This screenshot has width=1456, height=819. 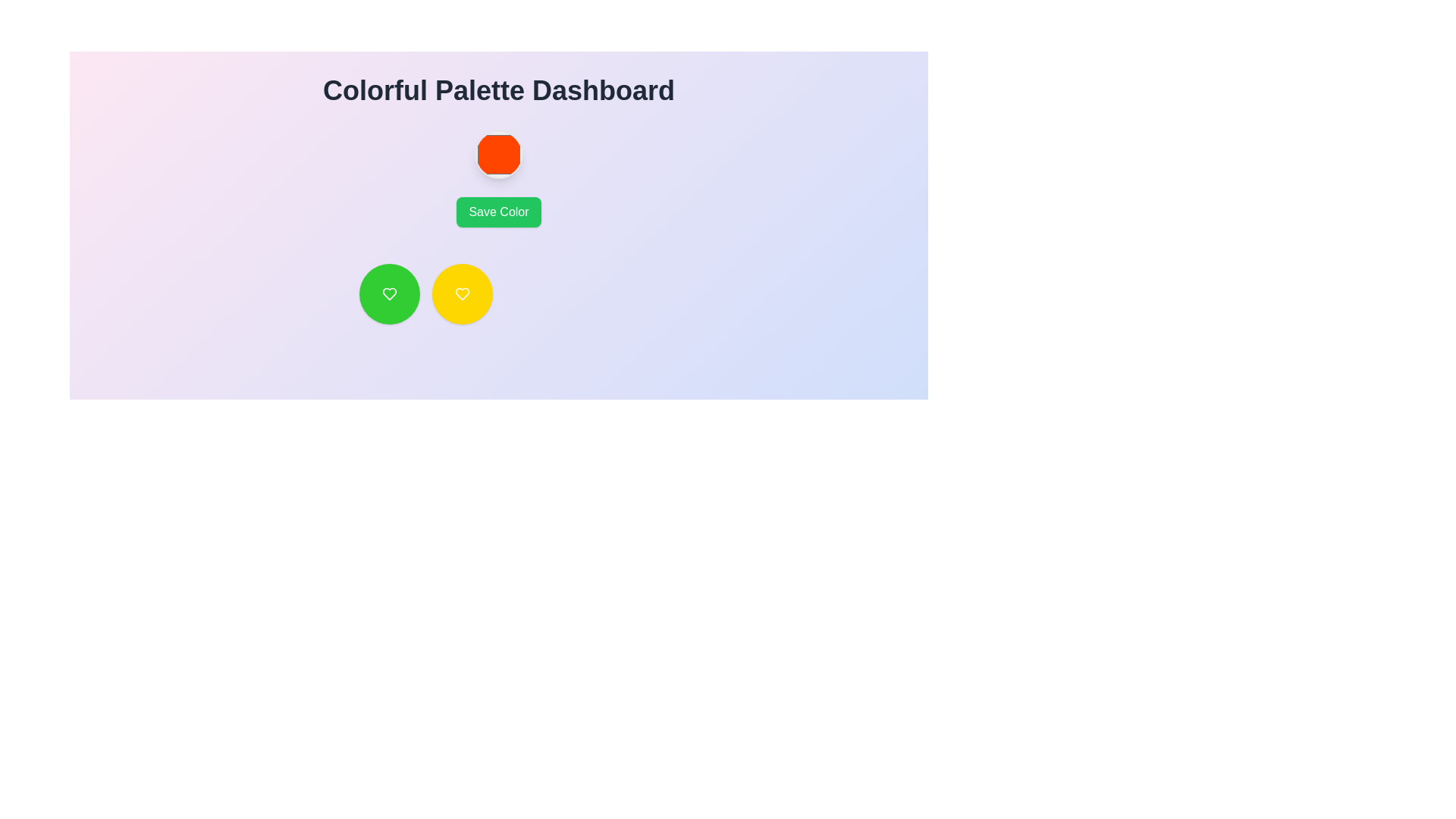 What do you see at coordinates (461, 294) in the screenshot?
I see `the heart-shaped SVG icon with a white outline and a transparent inner background, which is located centrally inside a yellow circular button, positioned slightly below the middle of the interface` at bounding box center [461, 294].